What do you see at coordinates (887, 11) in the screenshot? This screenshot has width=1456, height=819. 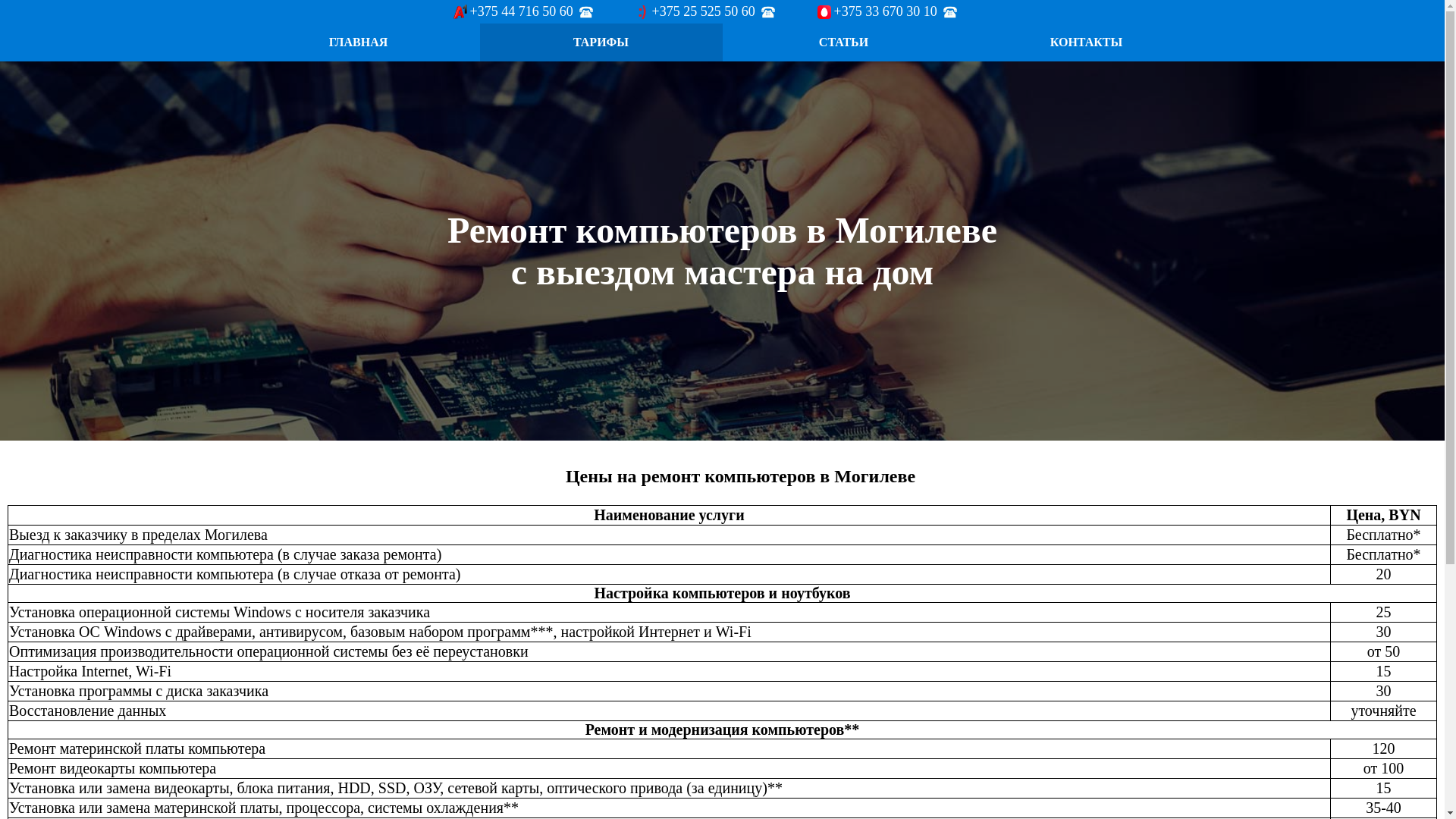 I see `'+375 33 670 30 10'` at bounding box center [887, 11].